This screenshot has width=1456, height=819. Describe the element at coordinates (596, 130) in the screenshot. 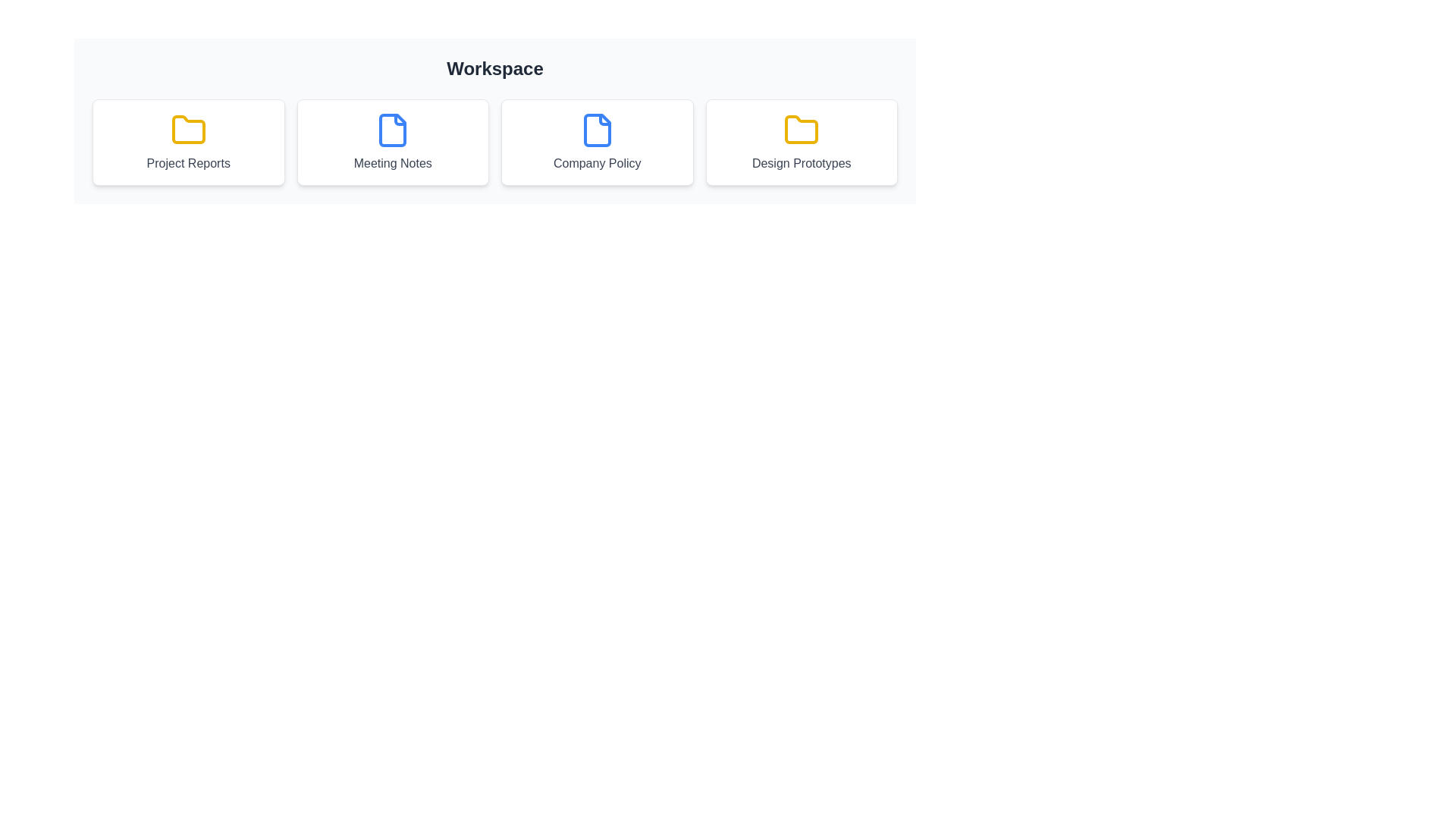

I see `the blue outlined document file icon located above the 'Company Policy' text label in the top row of the grid` at that location.